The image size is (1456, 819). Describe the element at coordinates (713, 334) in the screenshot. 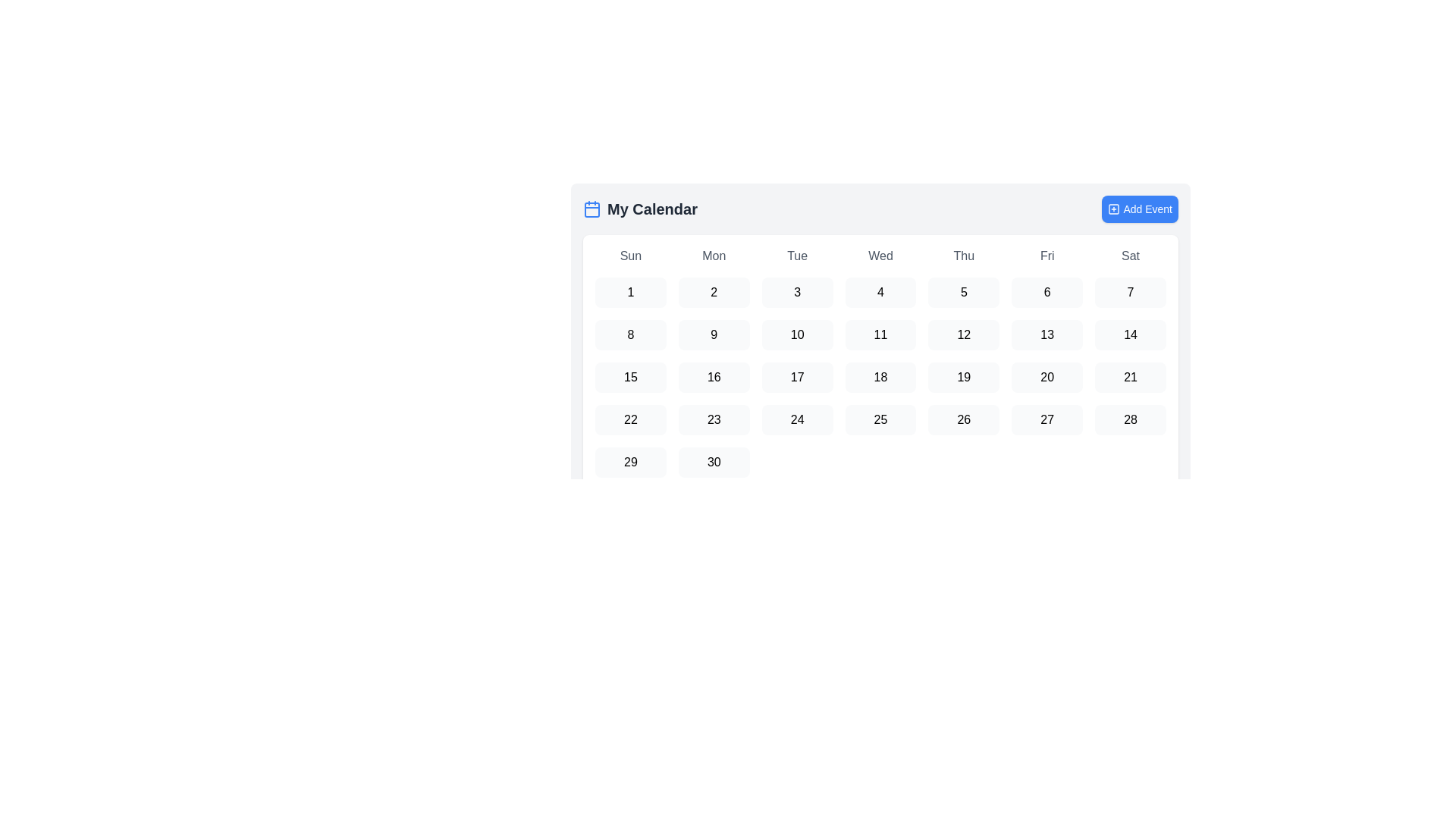

I see `the square button with a light gray background displaying the number '9', located in the second column under the Monday header and in the second row of the calendar grid` at that location.